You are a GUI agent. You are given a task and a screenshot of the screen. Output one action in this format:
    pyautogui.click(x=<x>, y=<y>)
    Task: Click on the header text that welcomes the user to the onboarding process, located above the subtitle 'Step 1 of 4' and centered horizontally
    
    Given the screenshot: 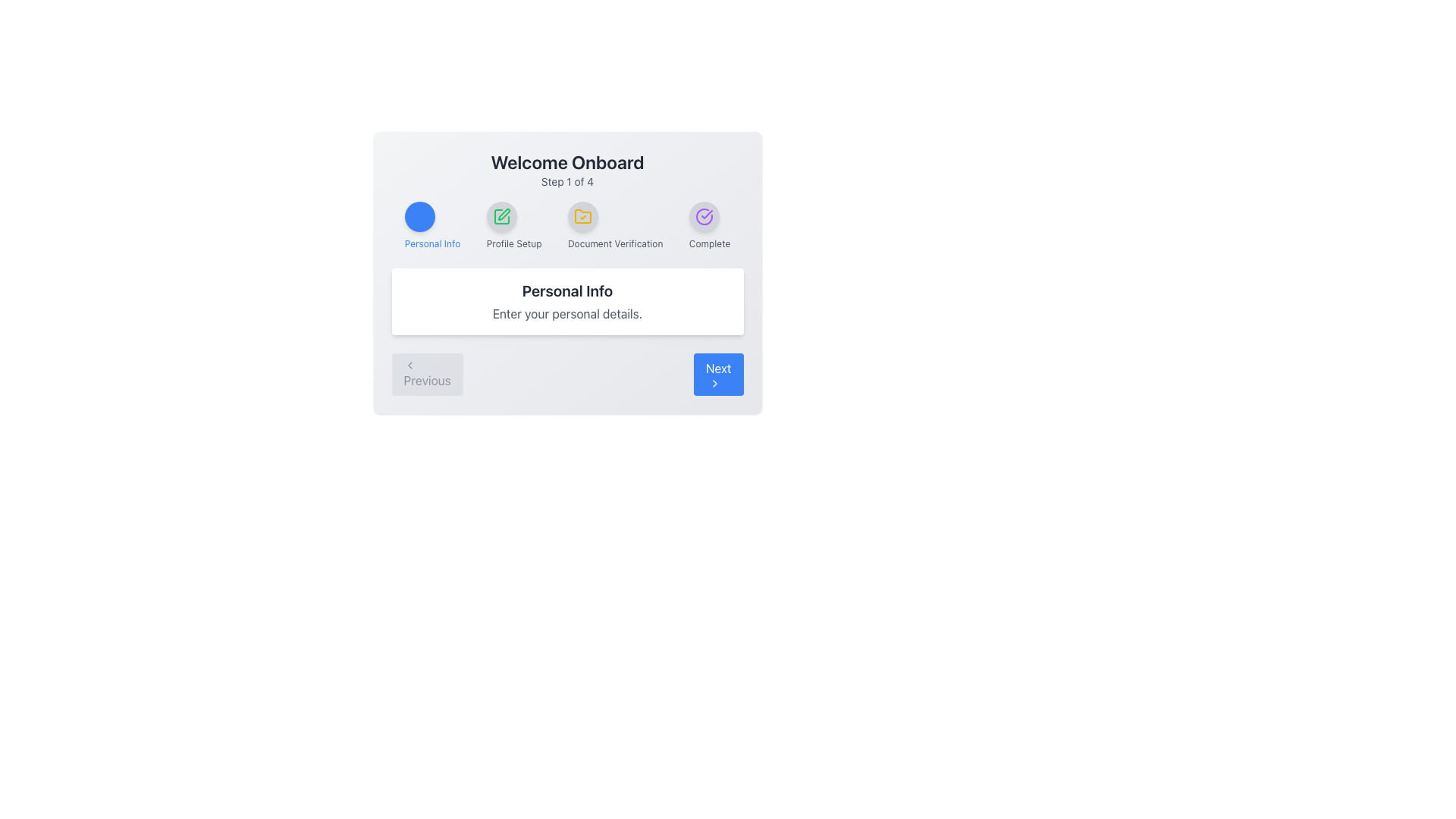 What is the action you would take?
    pyautogui.click(x=566, y=162)
    